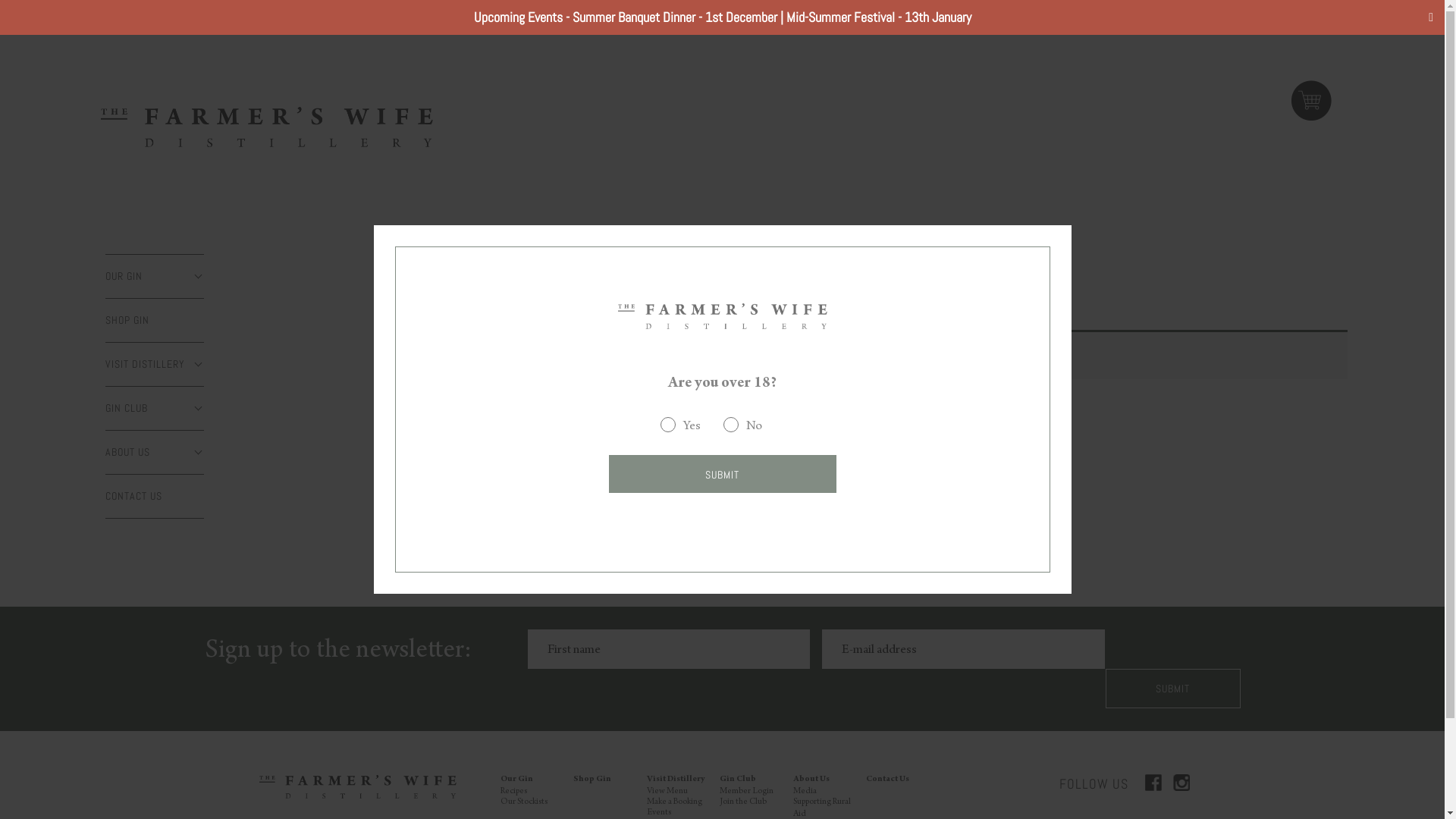 The image size is (1456, 819). Describe the element at coordinates (192, 452) in the screenshot. I see `'CLOSE'` at that location.